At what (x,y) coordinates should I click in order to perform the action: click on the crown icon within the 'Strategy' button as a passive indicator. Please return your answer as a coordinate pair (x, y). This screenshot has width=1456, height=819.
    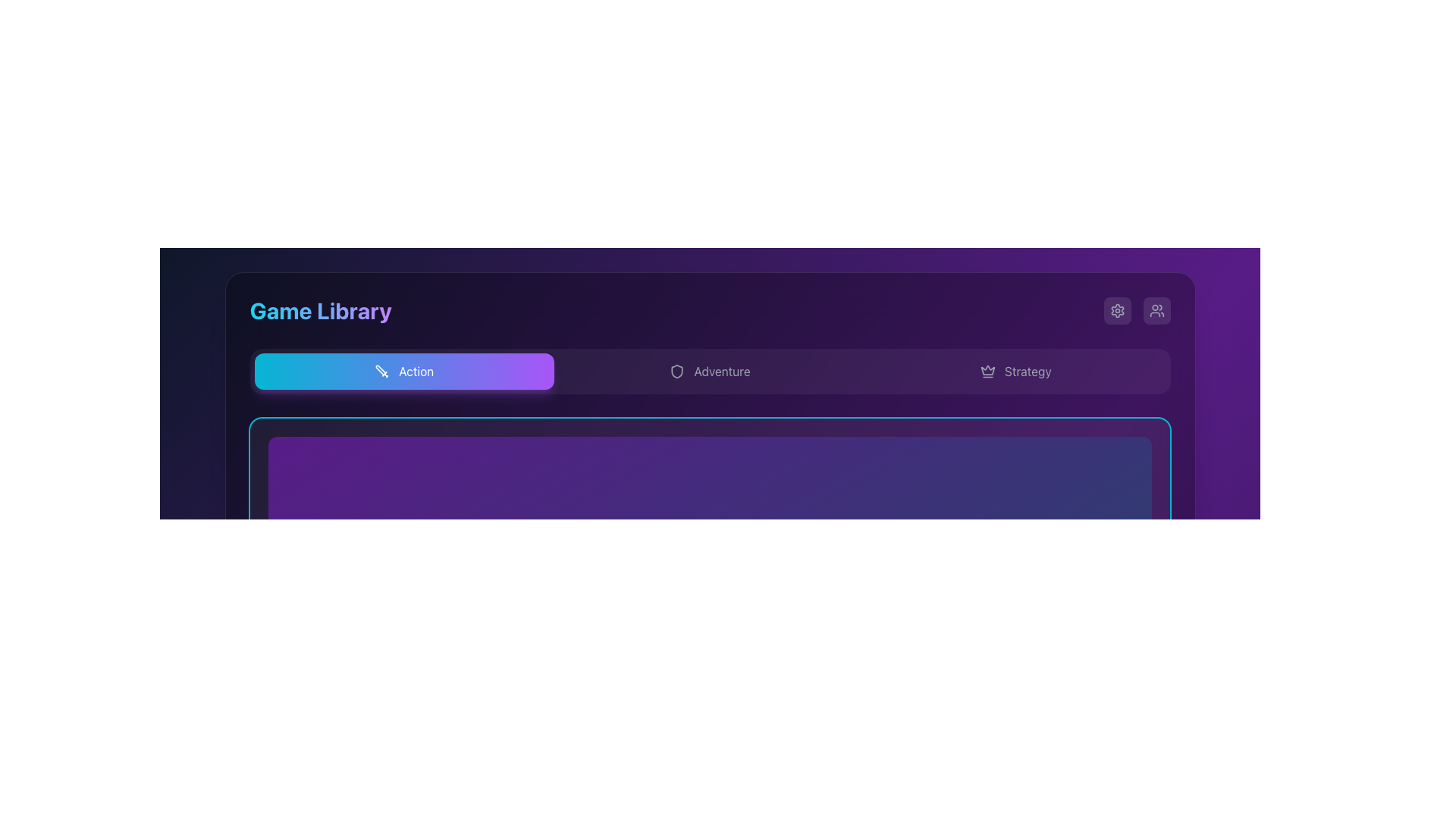
    Looking at the image, I should click on (987, 371).